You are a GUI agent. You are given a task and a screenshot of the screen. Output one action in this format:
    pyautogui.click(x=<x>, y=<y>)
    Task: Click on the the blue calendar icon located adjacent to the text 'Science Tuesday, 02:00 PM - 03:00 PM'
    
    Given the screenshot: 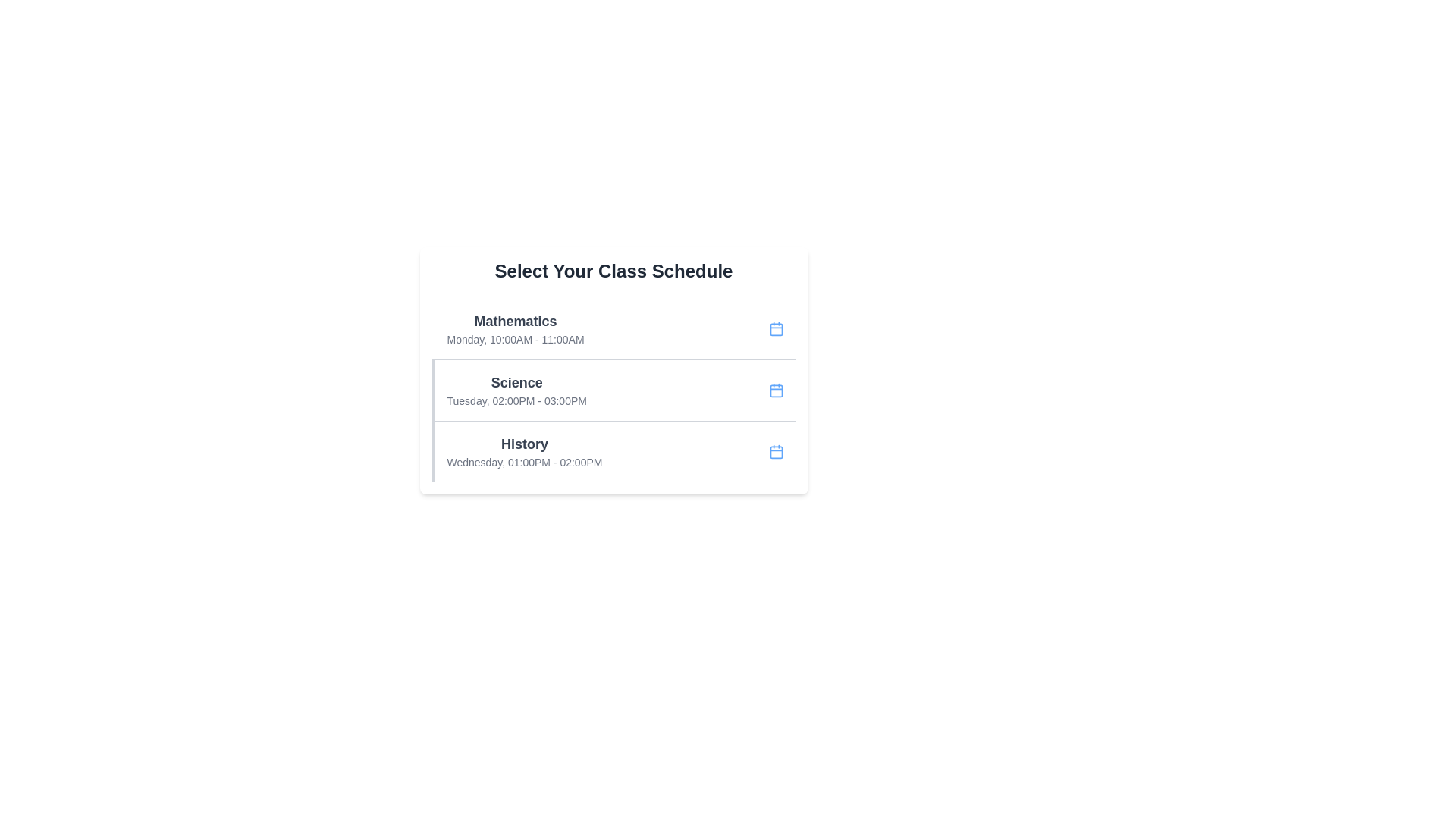 What is the action you would take?
    pyautogui.click(x=776, y=390)
    